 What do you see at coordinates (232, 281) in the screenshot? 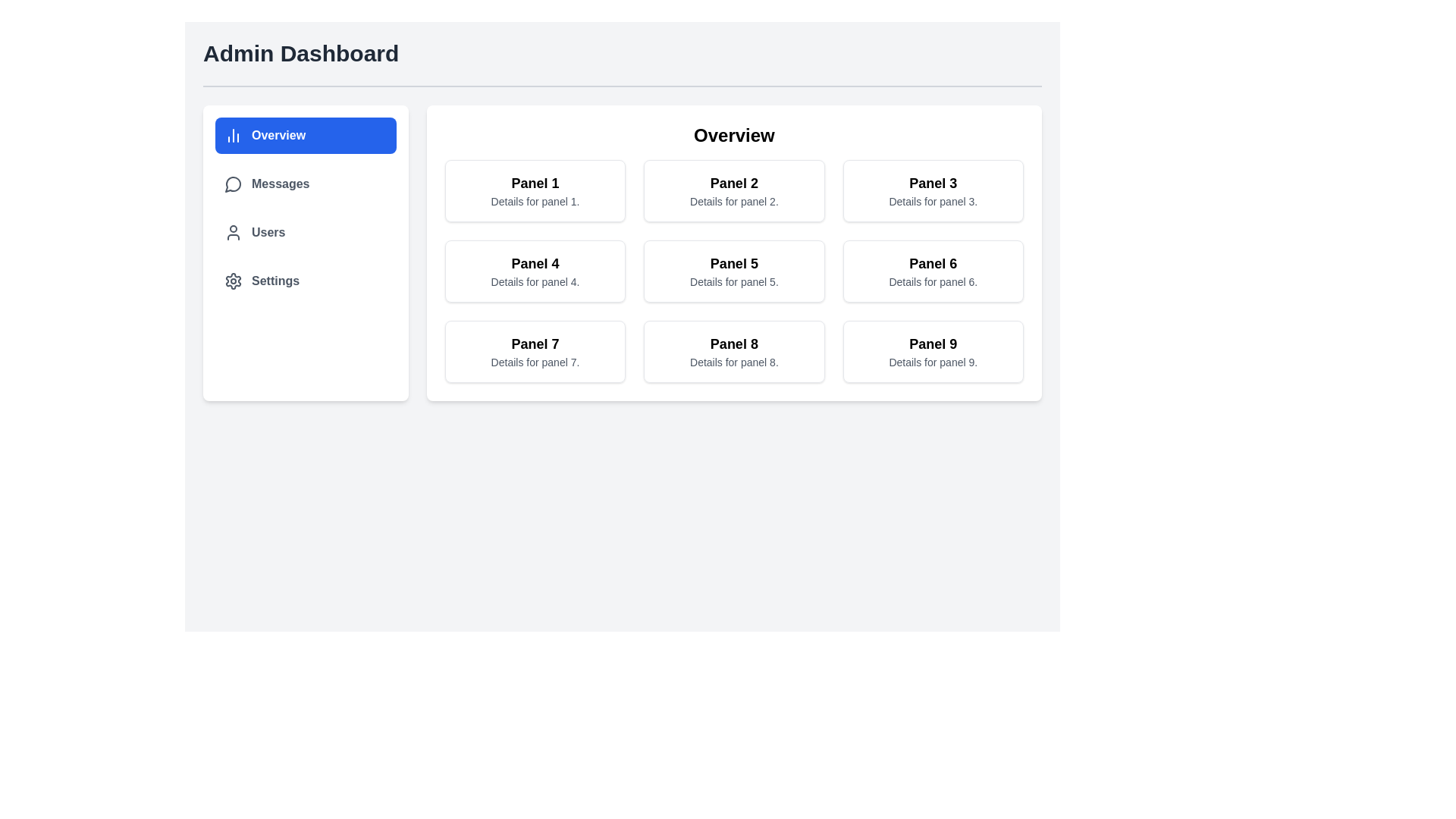
I see `the gear icon, which is the fourth option in the vertical left-hand navigation menu below 'Users' and above 'Settings'` at bounding box center [232, 281].